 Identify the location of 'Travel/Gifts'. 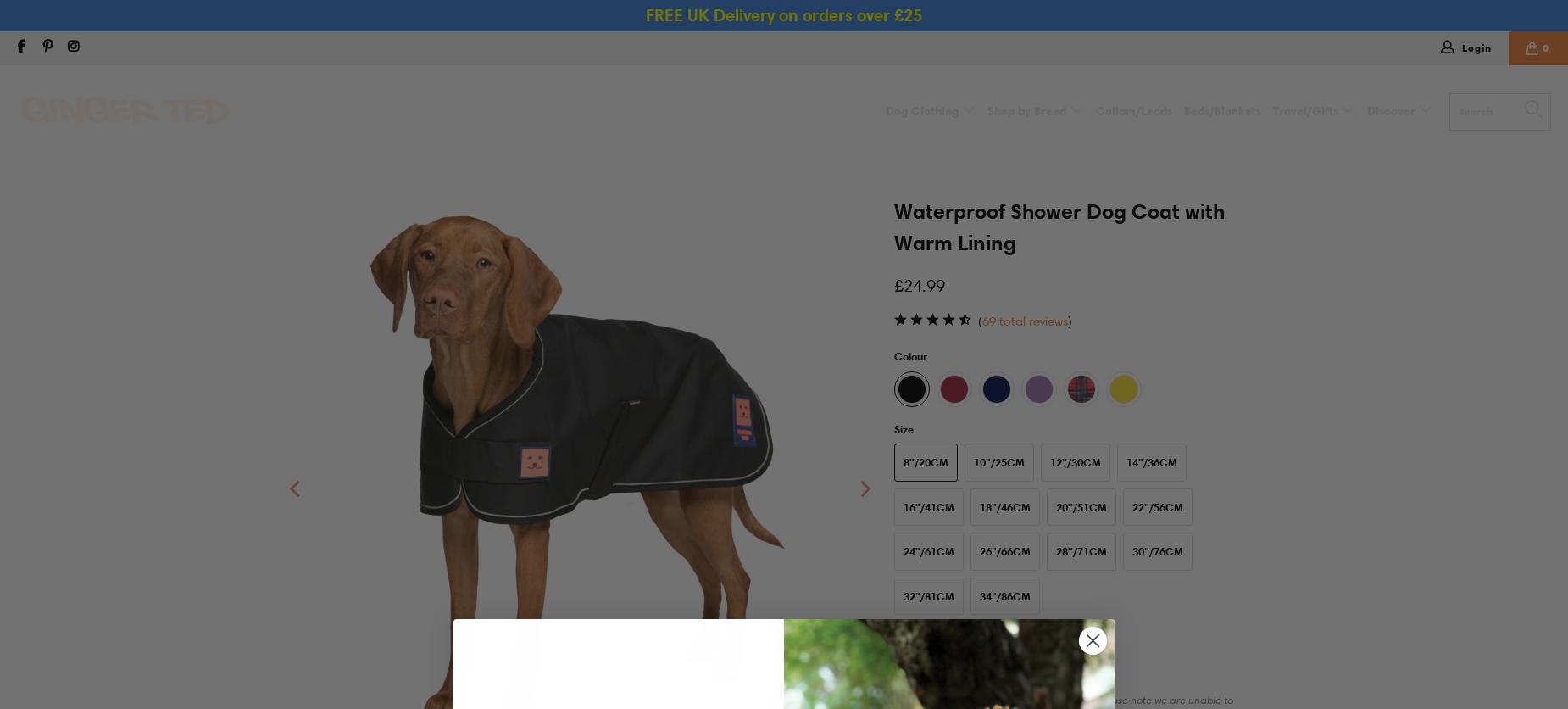
(1306, 110).